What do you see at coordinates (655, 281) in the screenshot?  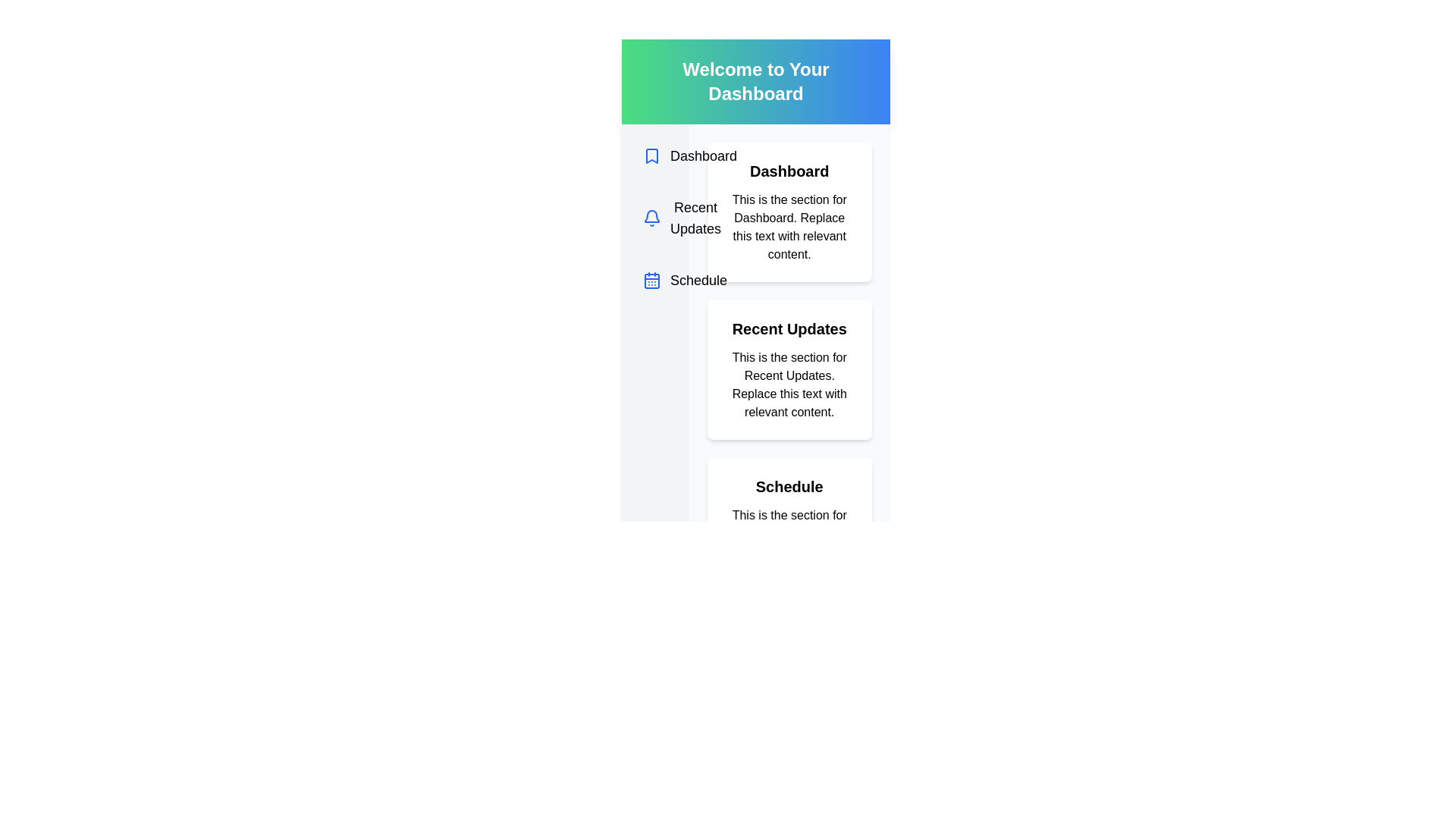 I see `the small blue calendar icon located in the vertical navigation menu, adjacent to the text 'Schedule'` at bounding box center [655, 281].